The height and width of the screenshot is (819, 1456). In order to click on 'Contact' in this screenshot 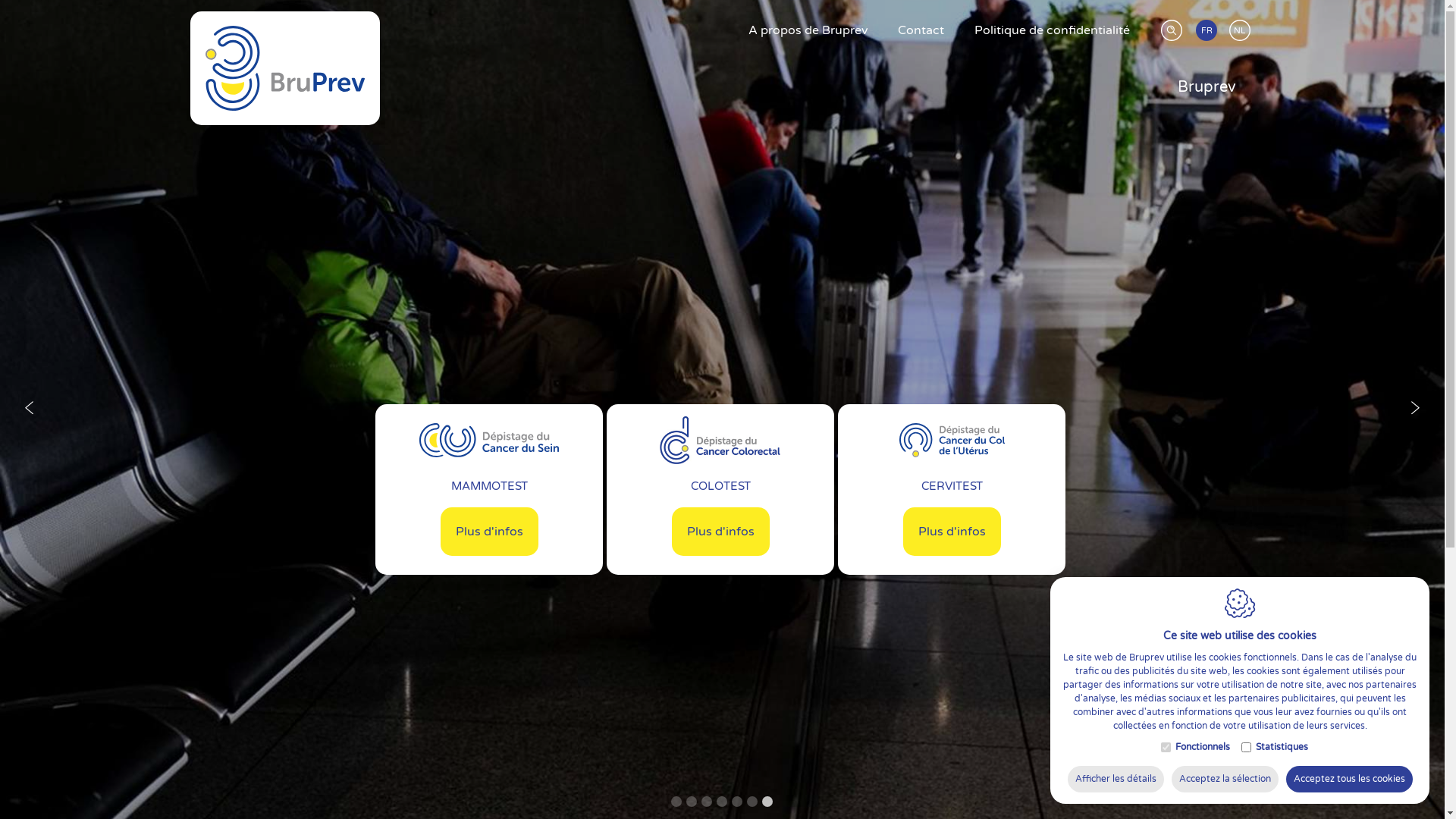, I will do `click(919, 30)`.